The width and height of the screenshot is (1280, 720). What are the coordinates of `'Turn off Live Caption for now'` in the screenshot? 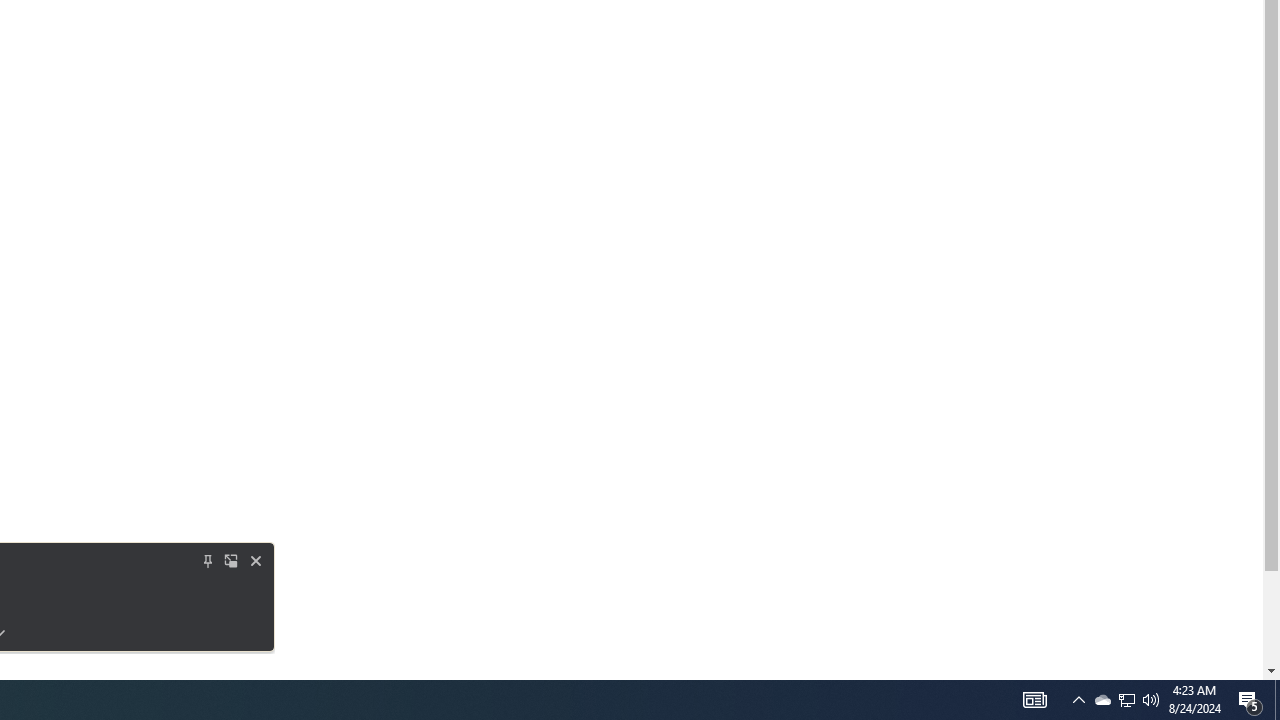 It's located at (255, 560).